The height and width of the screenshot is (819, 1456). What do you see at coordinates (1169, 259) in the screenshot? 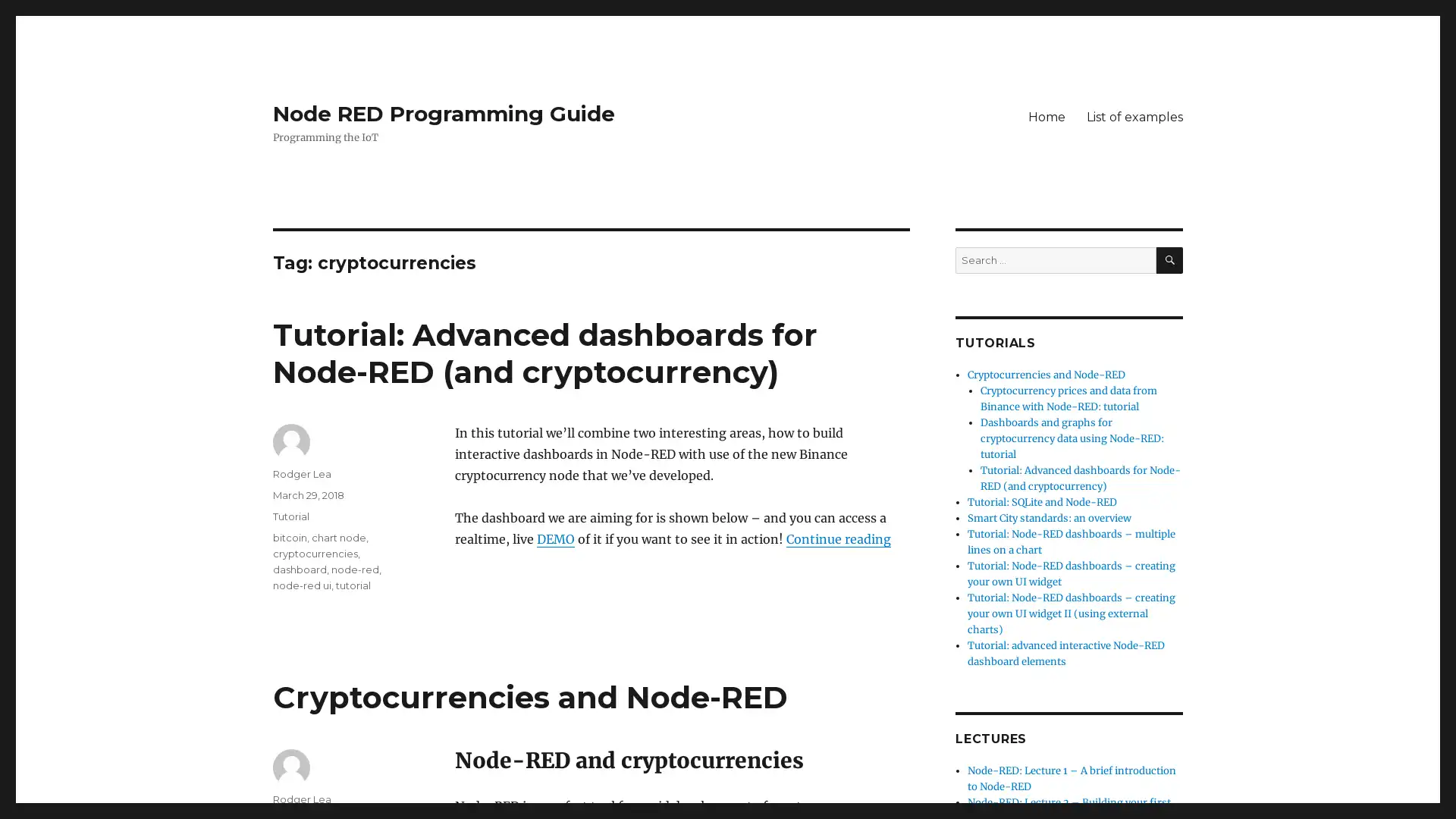
I see `SEARCH` at bounding box center [1169, 259].